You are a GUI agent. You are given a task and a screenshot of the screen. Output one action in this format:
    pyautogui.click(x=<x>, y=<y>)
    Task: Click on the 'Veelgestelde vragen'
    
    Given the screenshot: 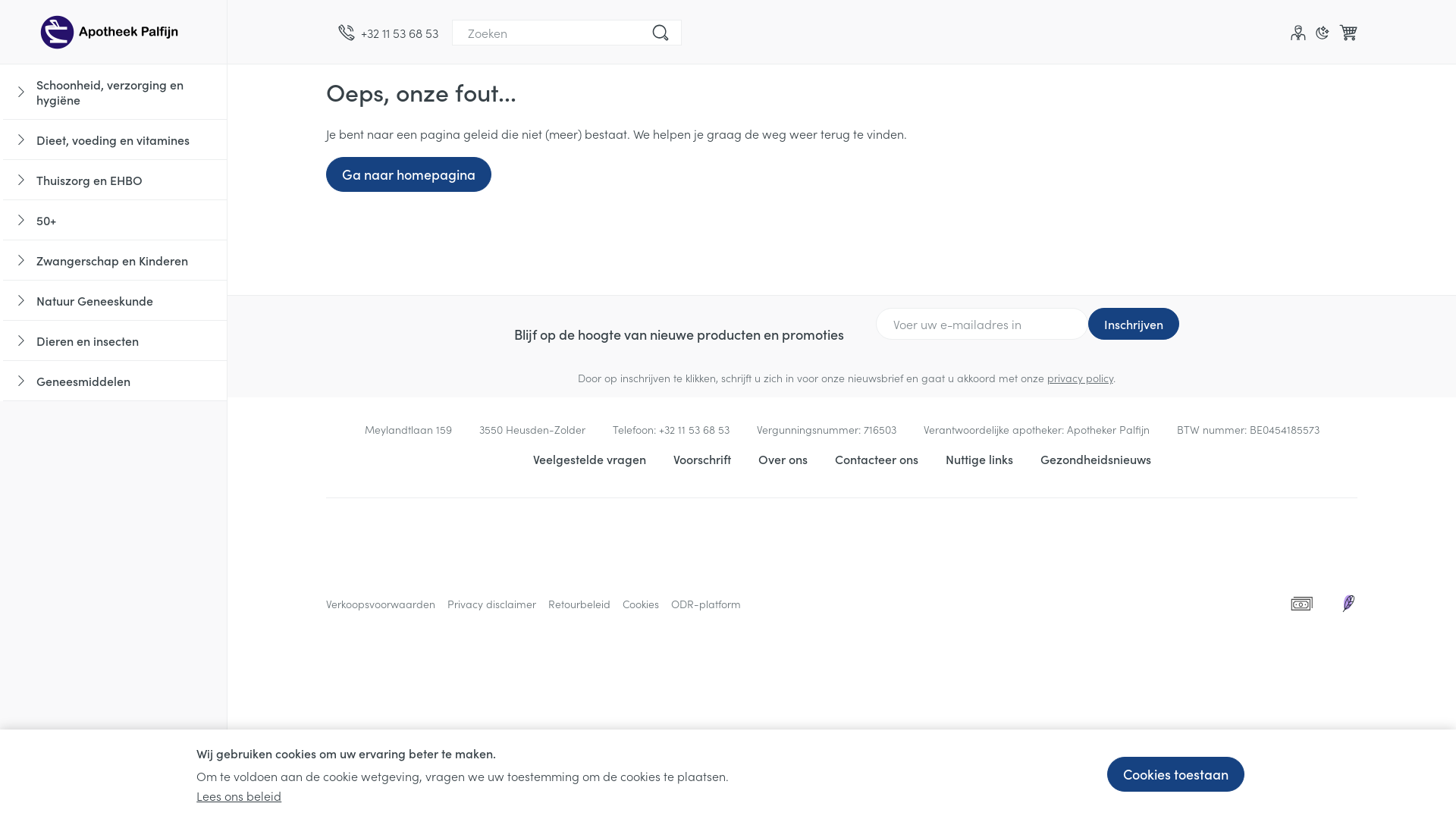 What is the action you would take?
    pyautogui.click(x=532, y=458)
    